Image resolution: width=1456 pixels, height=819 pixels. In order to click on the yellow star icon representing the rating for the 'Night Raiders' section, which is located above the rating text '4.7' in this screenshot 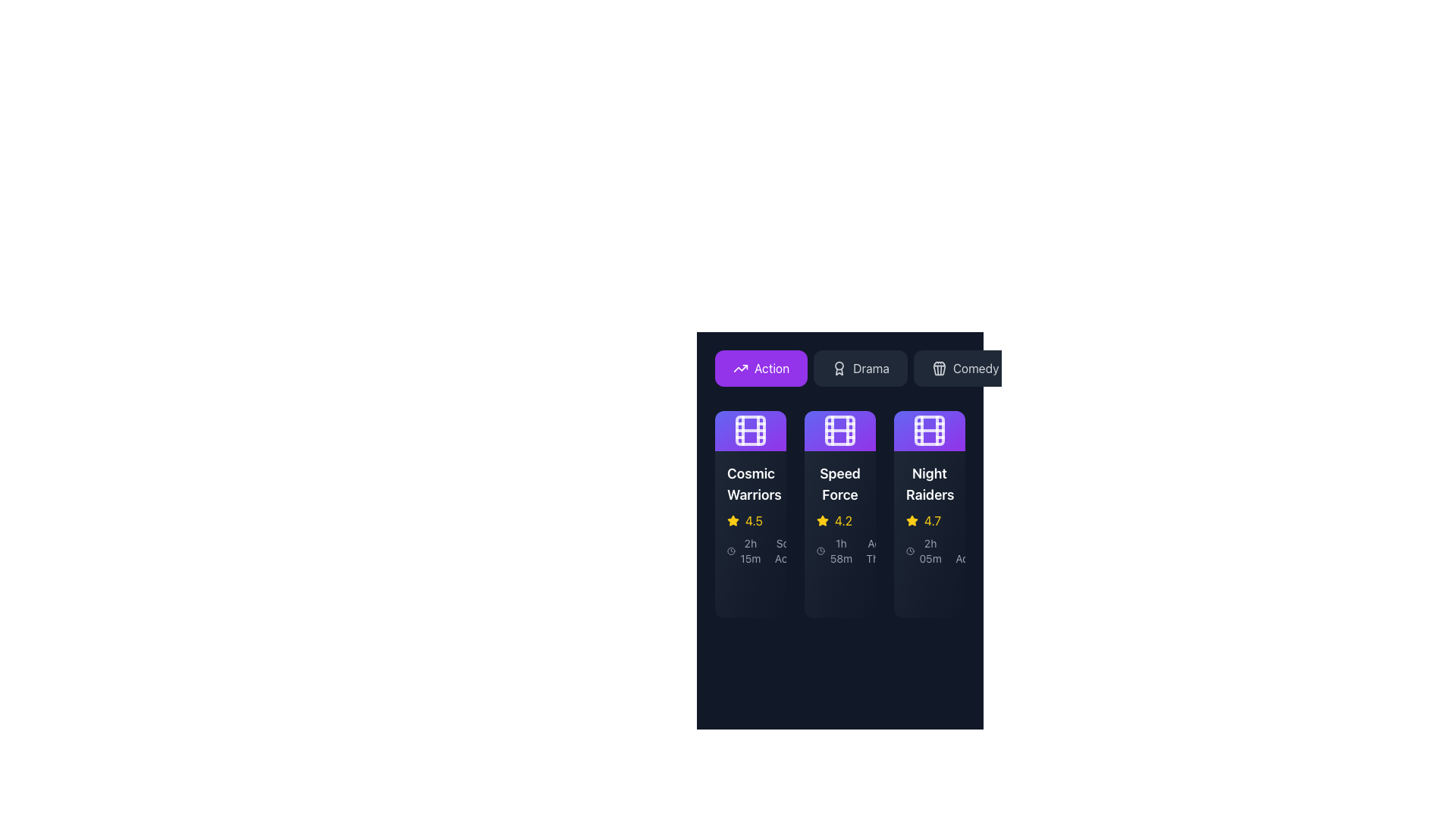, I will do `click(733, 519)`.